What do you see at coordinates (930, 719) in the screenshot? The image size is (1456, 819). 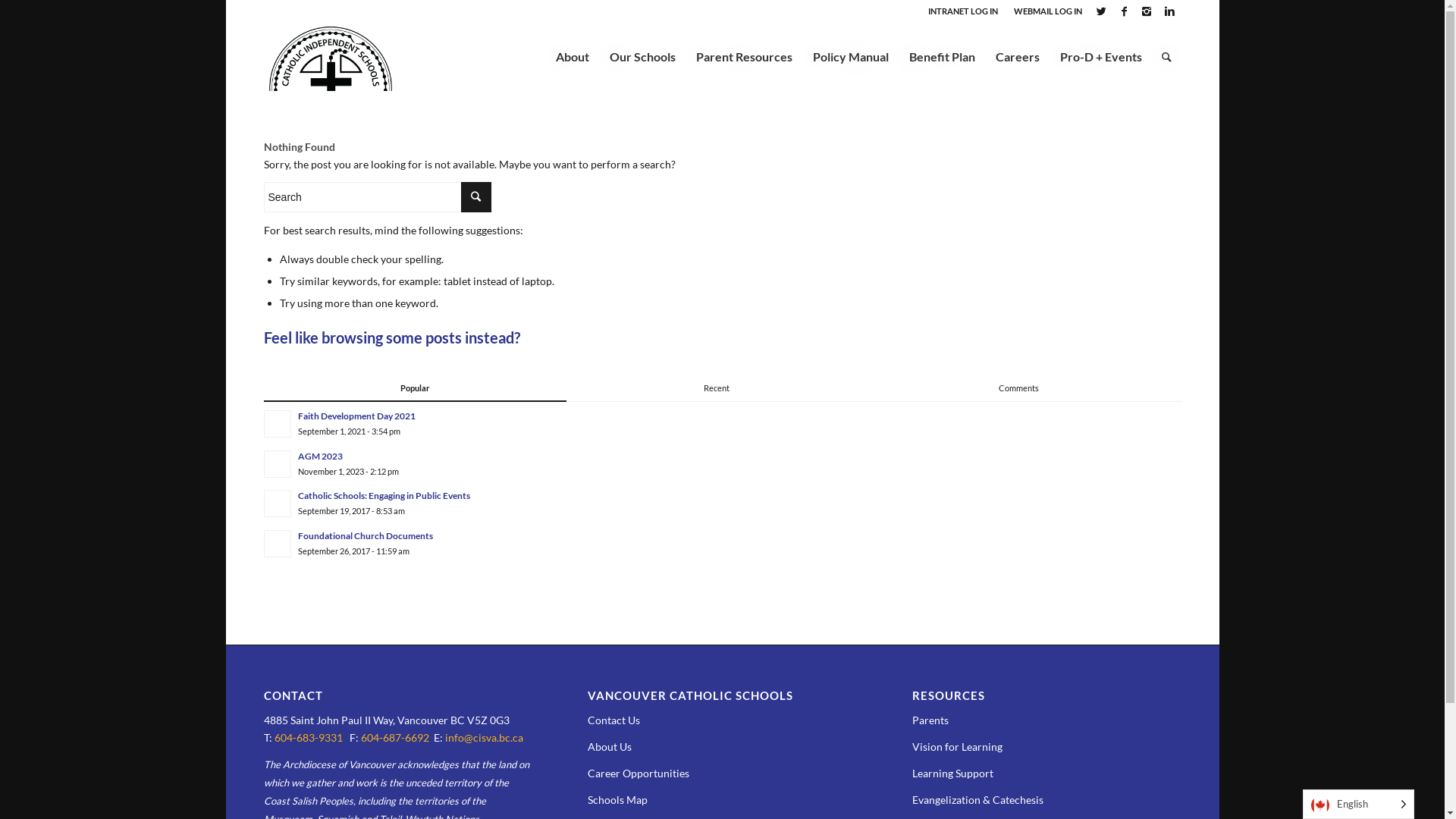 I see `'Parents'` at bounding box center [930, 719].